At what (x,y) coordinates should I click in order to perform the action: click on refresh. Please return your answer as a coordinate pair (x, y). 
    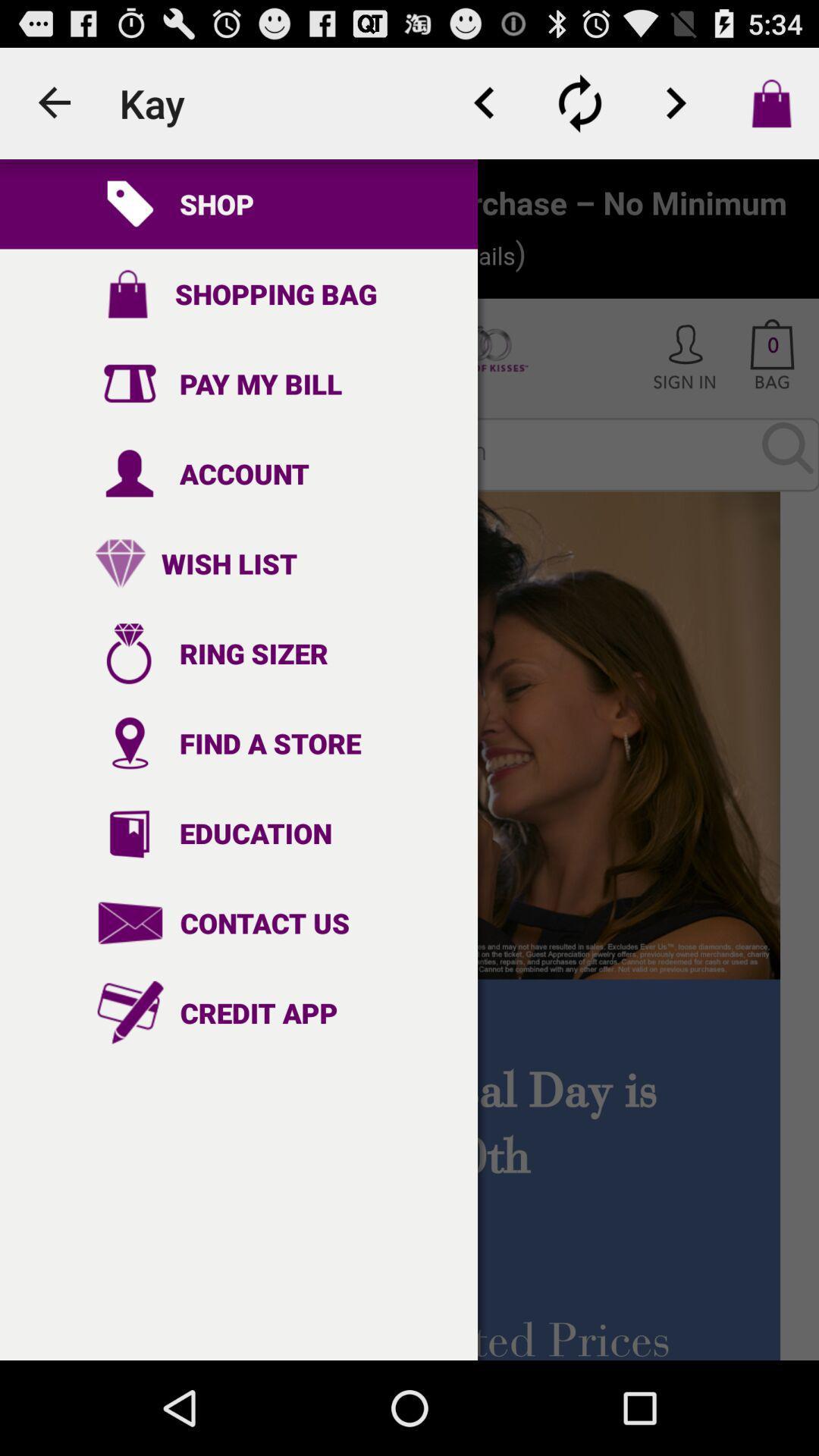
    Looking at the image, I should click on (579, 102).